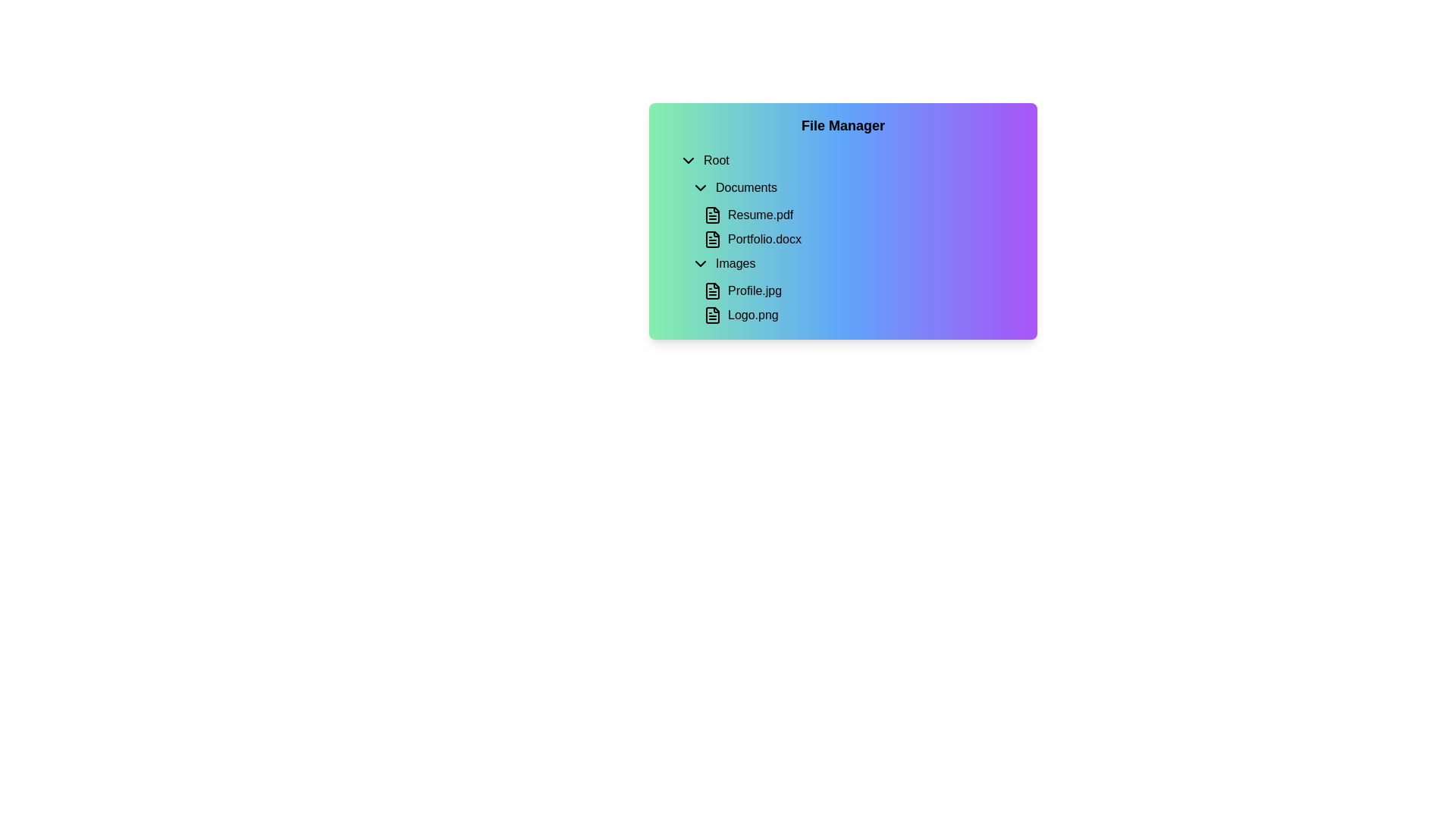 This screenshot has width=1456, height=819. What do you see at coordinates (855, 291) in the screenshot?
I see `the 'Profile.jpg' list item in the file manager` at bounding box center [855, 291].